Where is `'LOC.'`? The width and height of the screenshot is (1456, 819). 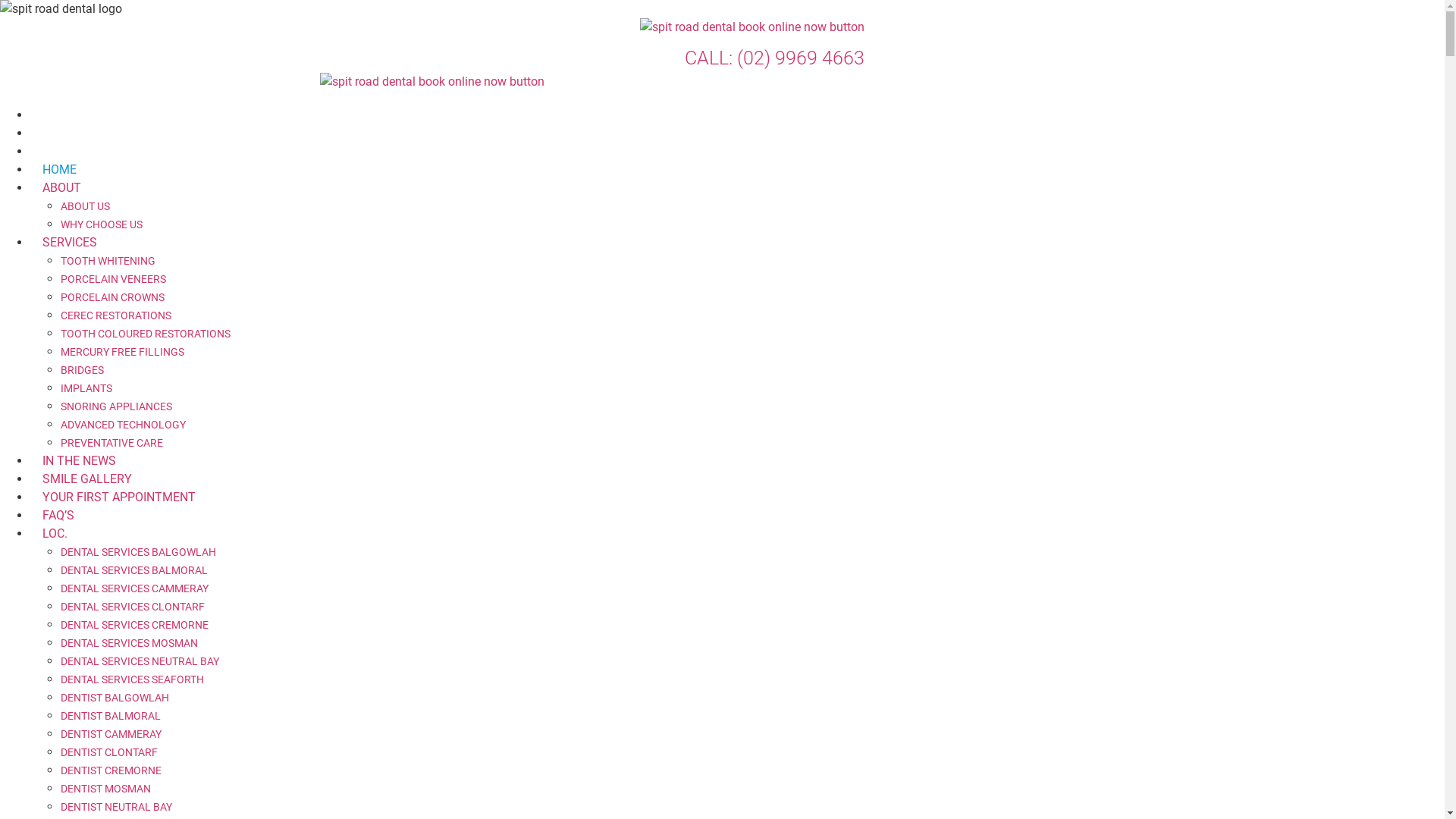 'LOC.' is located at coordinates (55, 532).